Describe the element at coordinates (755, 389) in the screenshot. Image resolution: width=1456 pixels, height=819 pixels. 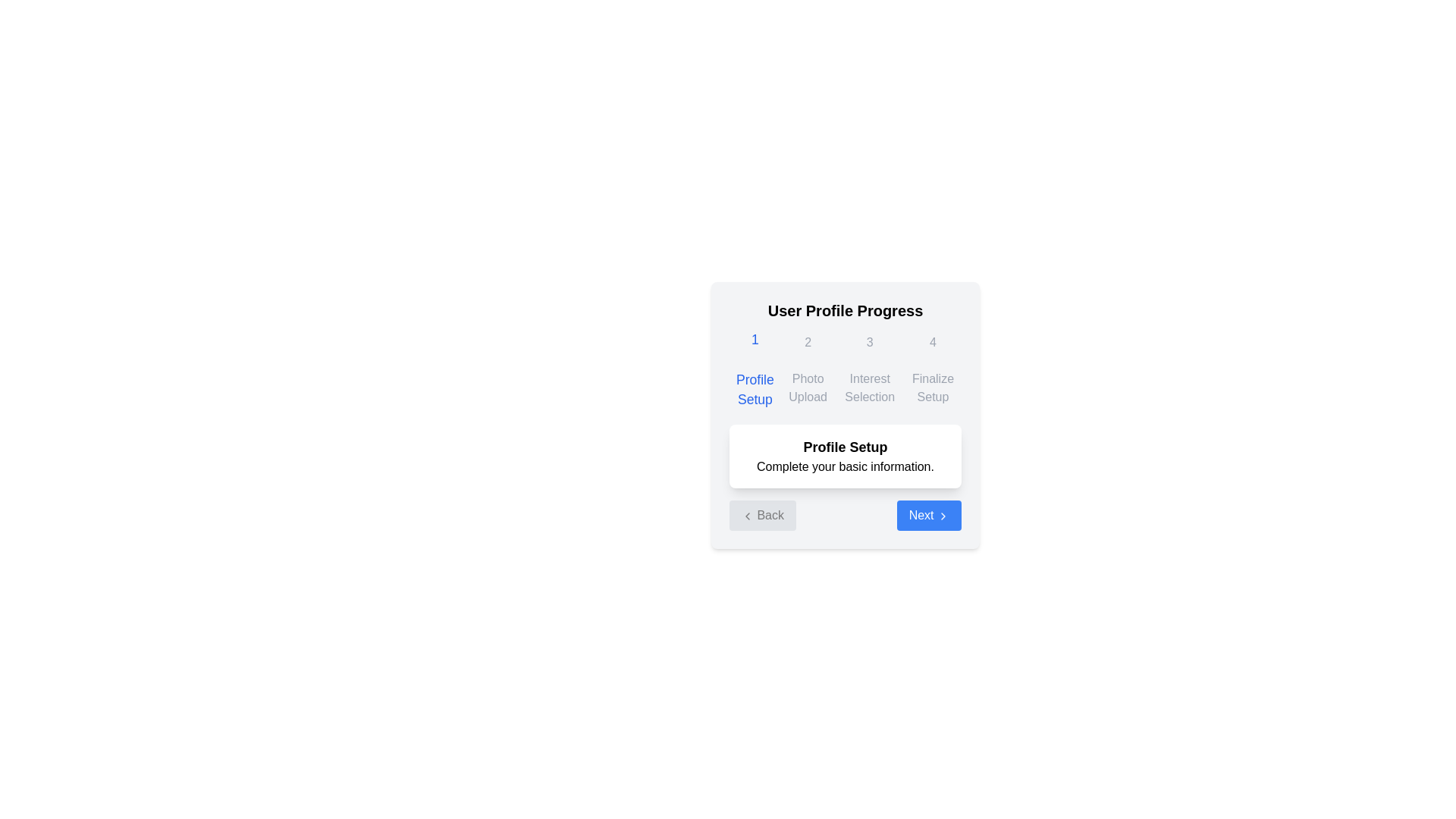
I see `the 'Profile Setup' text label, which is displayed in blue font as part of the first step in a user profile completion interface, located below the number '1'` at that location.